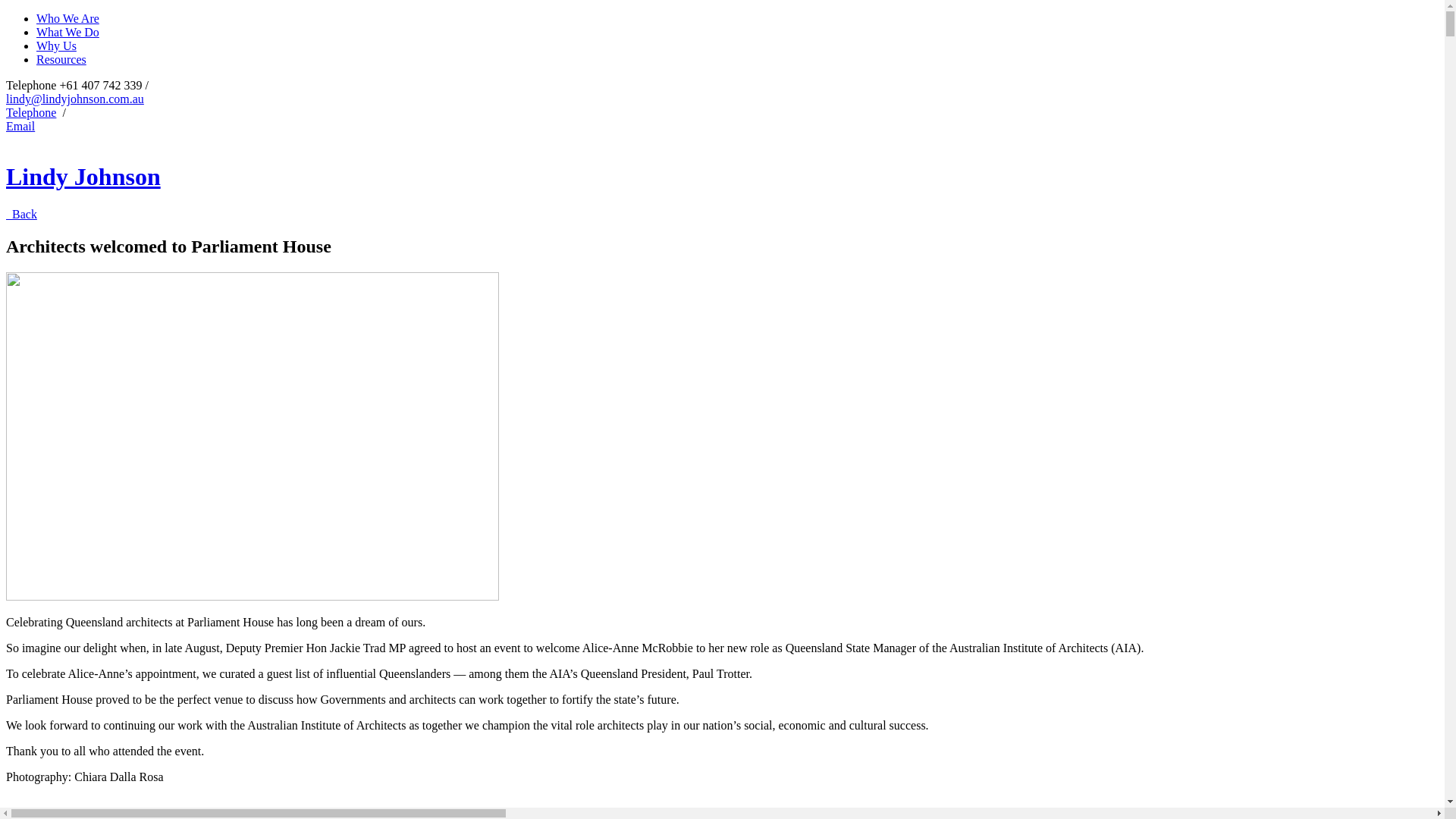 This screenshot has height=819, width=1456. Describe the element at coordinates (56, 45) in the screenshot. I see `'Why Us'` at that location.